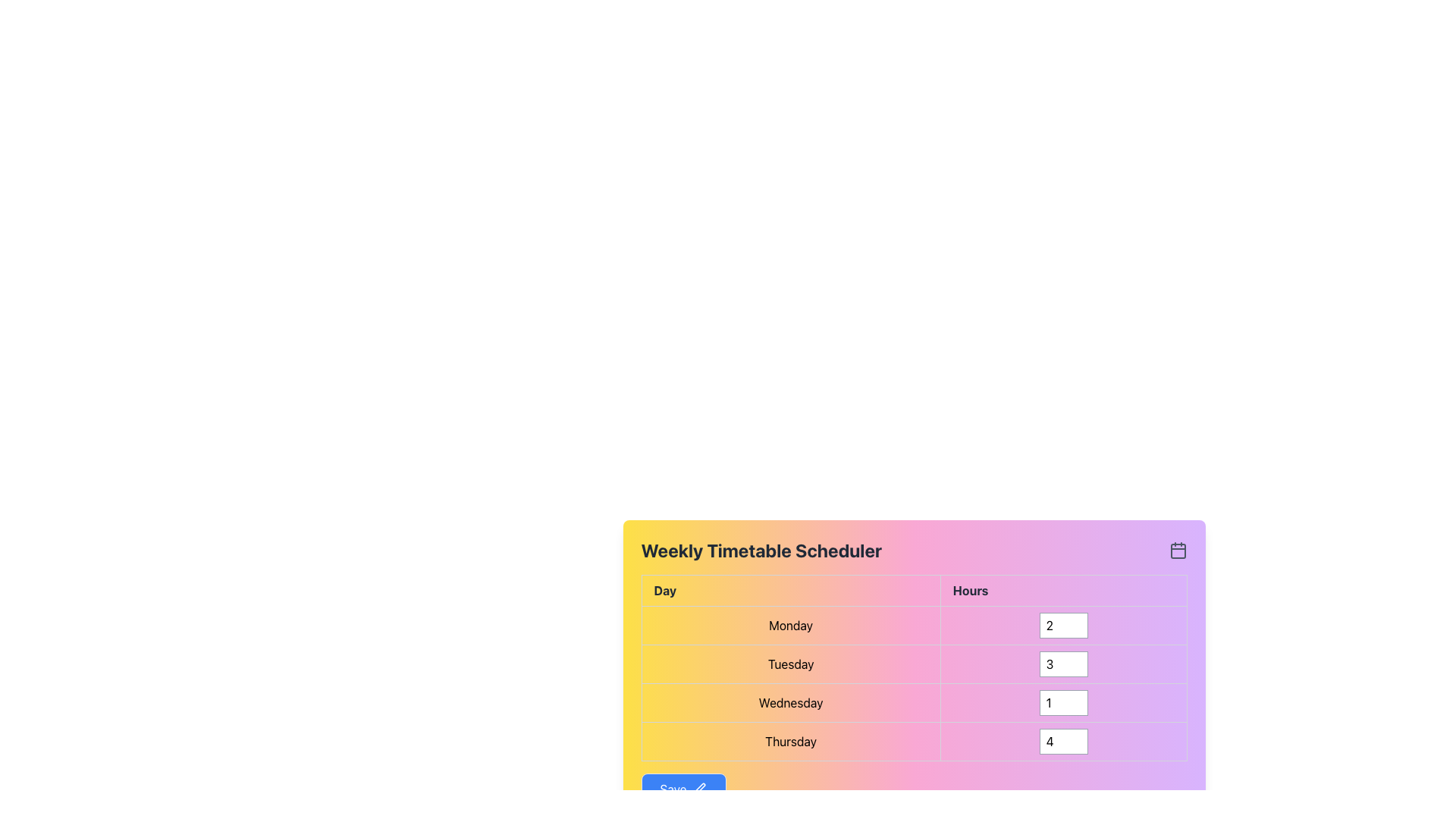 This screenshot has width=1456, height=819. Describe the element at coordinates (761, 550) in the screenshot. I see `the bold header text labeled 'Weekly Timetable Scheduler'` at that location.